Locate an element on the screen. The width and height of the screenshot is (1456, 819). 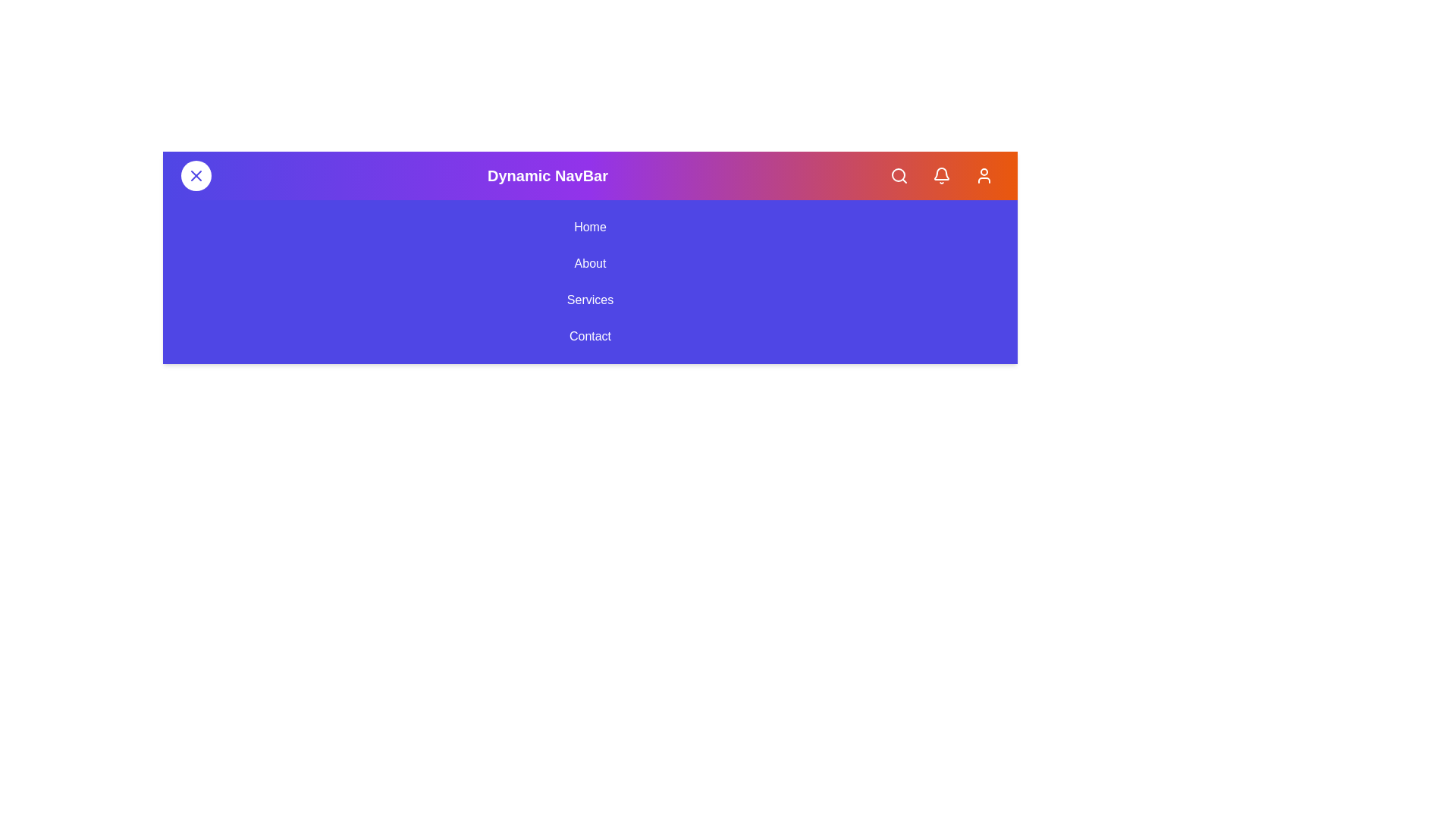
the navigation menu link labeled Services is located at coordinates (589, 300).